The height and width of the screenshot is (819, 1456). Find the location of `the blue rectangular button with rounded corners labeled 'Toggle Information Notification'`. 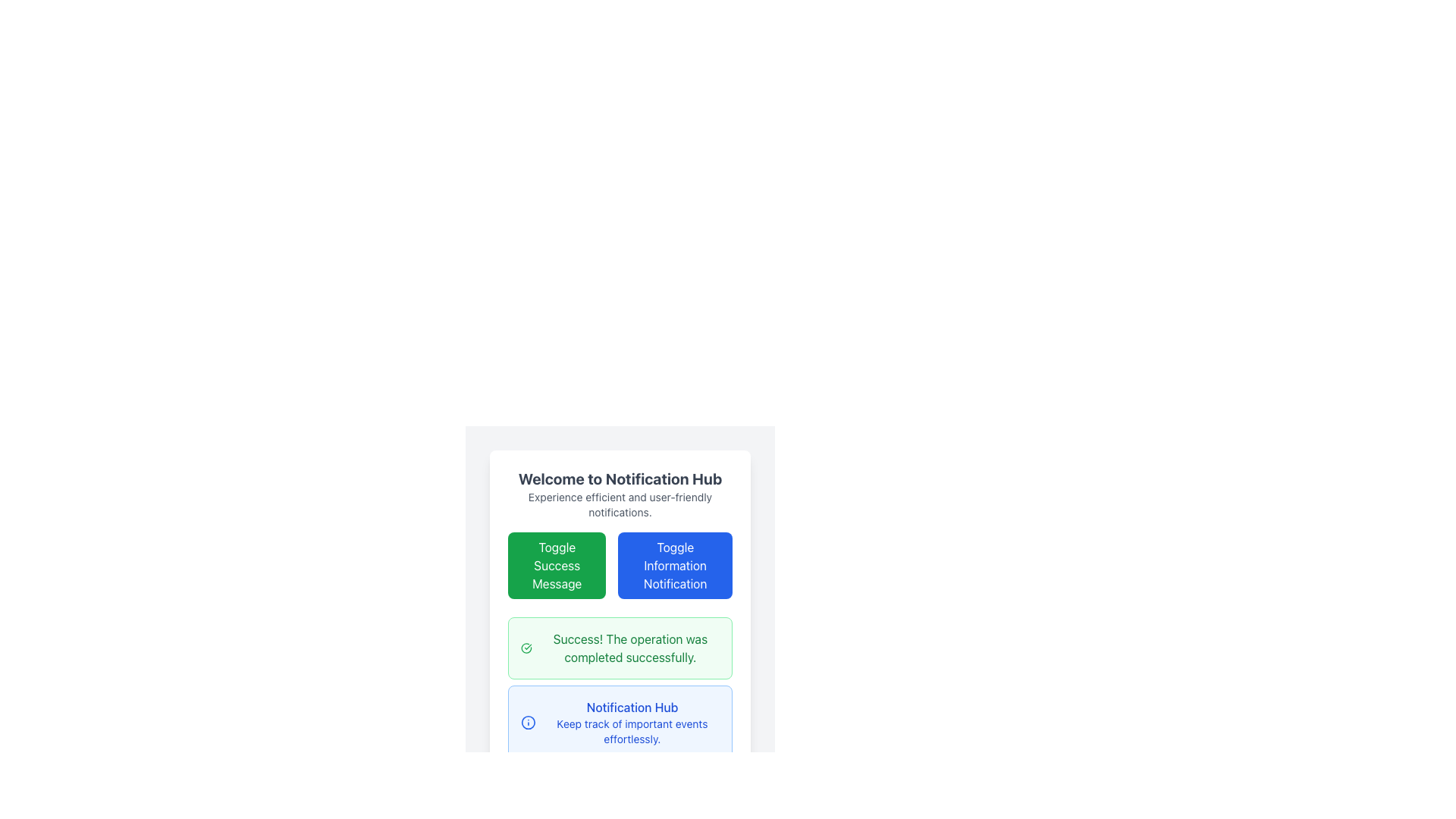

the blue rectangular button with rounded corners labeled 'Toggle Information Notification' is located at coordinates (620, 579).